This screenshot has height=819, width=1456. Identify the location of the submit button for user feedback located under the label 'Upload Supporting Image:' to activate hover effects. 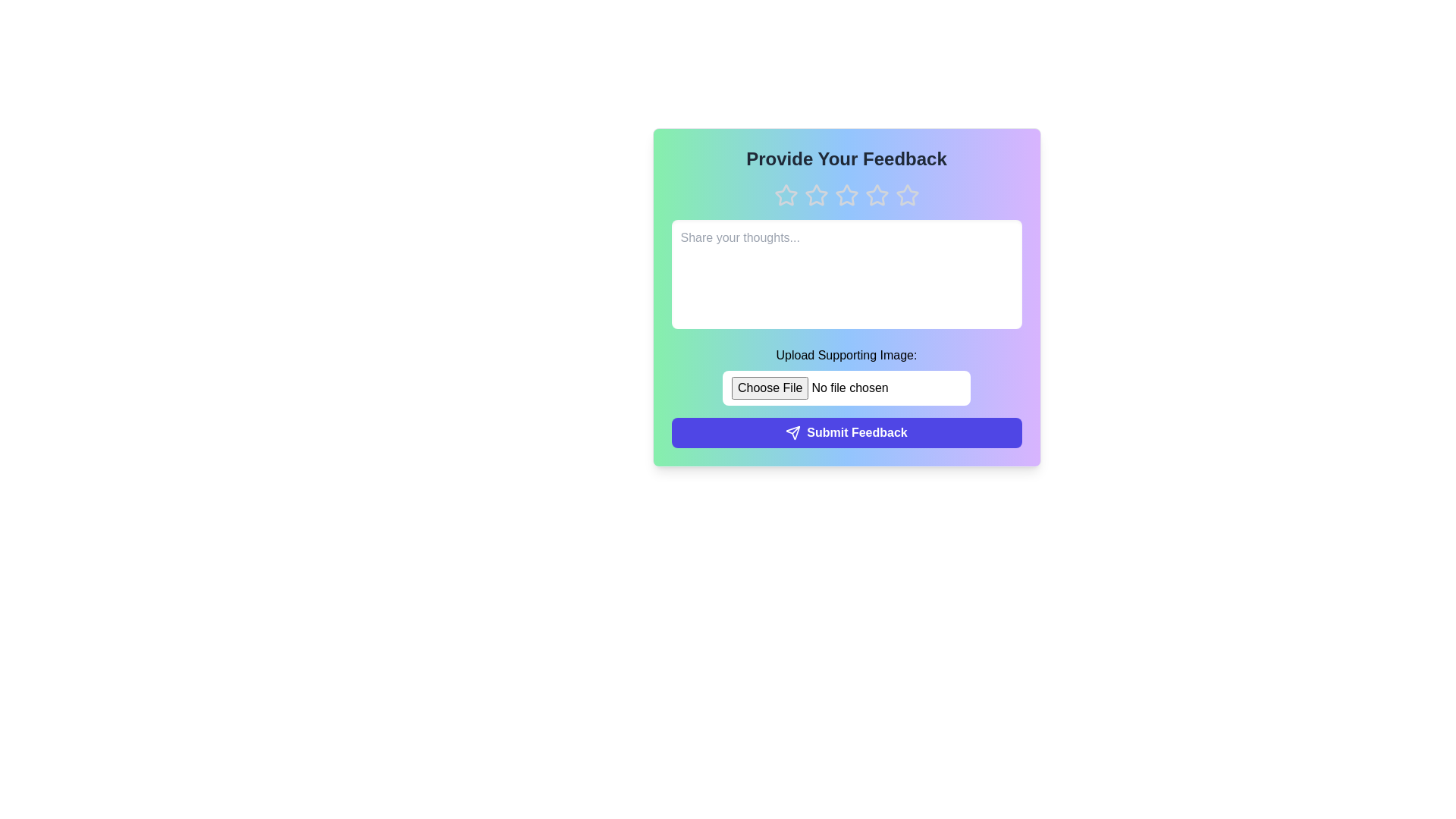
(846, 432).